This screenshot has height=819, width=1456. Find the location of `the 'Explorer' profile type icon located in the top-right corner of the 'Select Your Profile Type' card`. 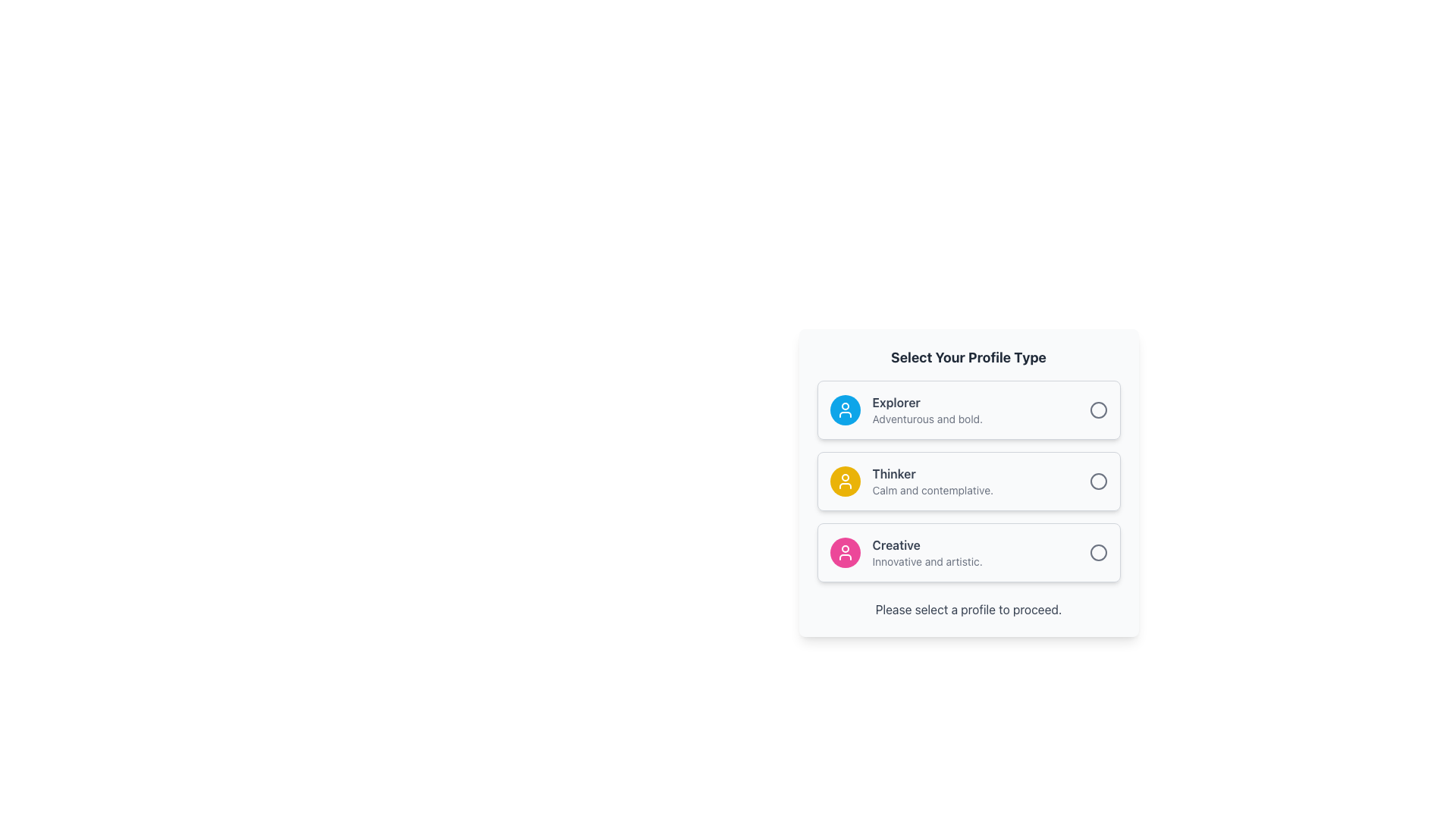

the 'Explorer' profile type icon located in the top-right corner of the 'Select Your Profile Type' card is located at coordinates (844, 482).